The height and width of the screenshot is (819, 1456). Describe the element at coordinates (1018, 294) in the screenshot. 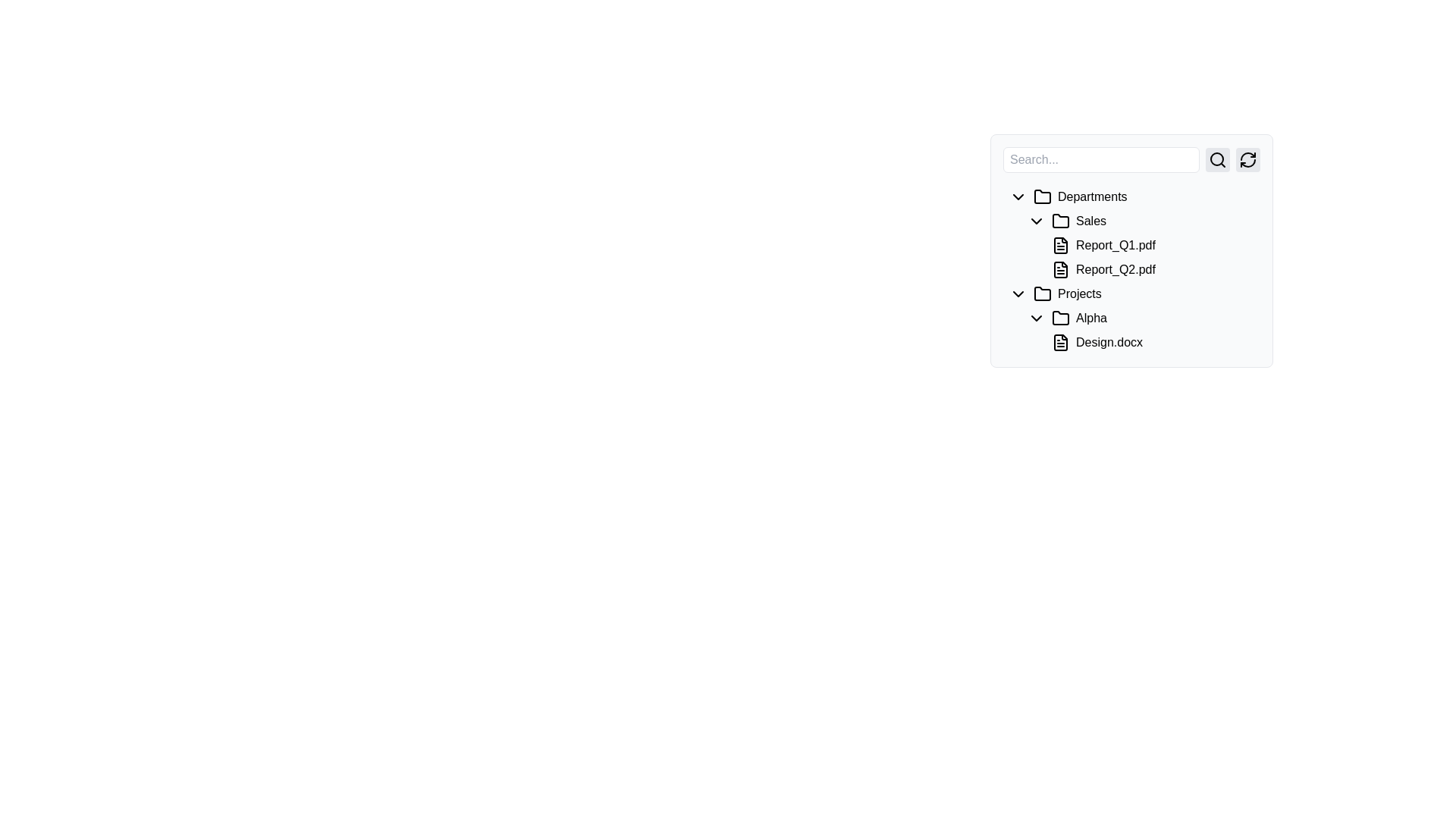

I see `the downward-facing chevron icon` at that location.